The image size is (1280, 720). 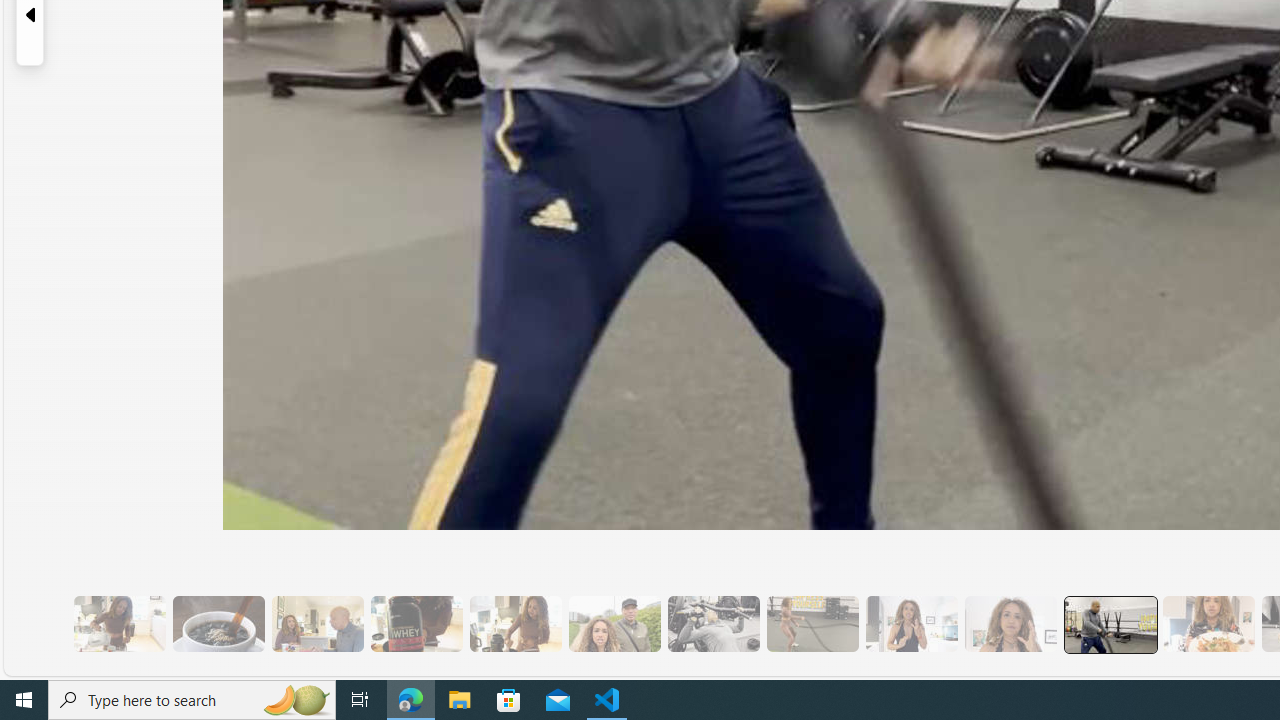 What do you see at coordinates (415, 623) in the screenshot?
I see `'6 Since Eating More Protein Her Training Has Improved'` at bounding box center [415, 623].